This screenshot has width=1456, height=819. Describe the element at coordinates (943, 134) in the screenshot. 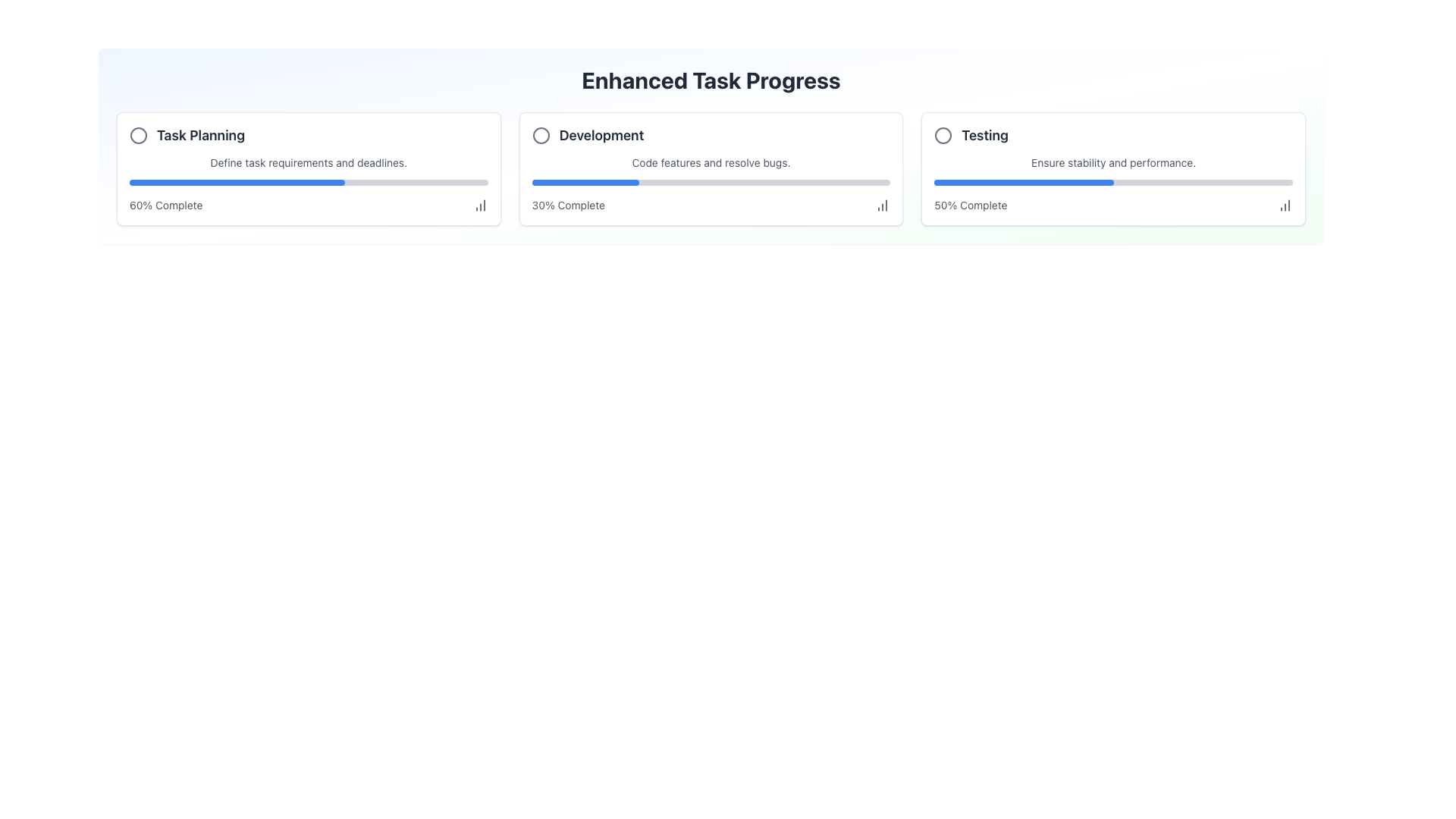

I see `the circular icon resembling an unselected radio button, located to the left of the text 'Testing'` at that location.